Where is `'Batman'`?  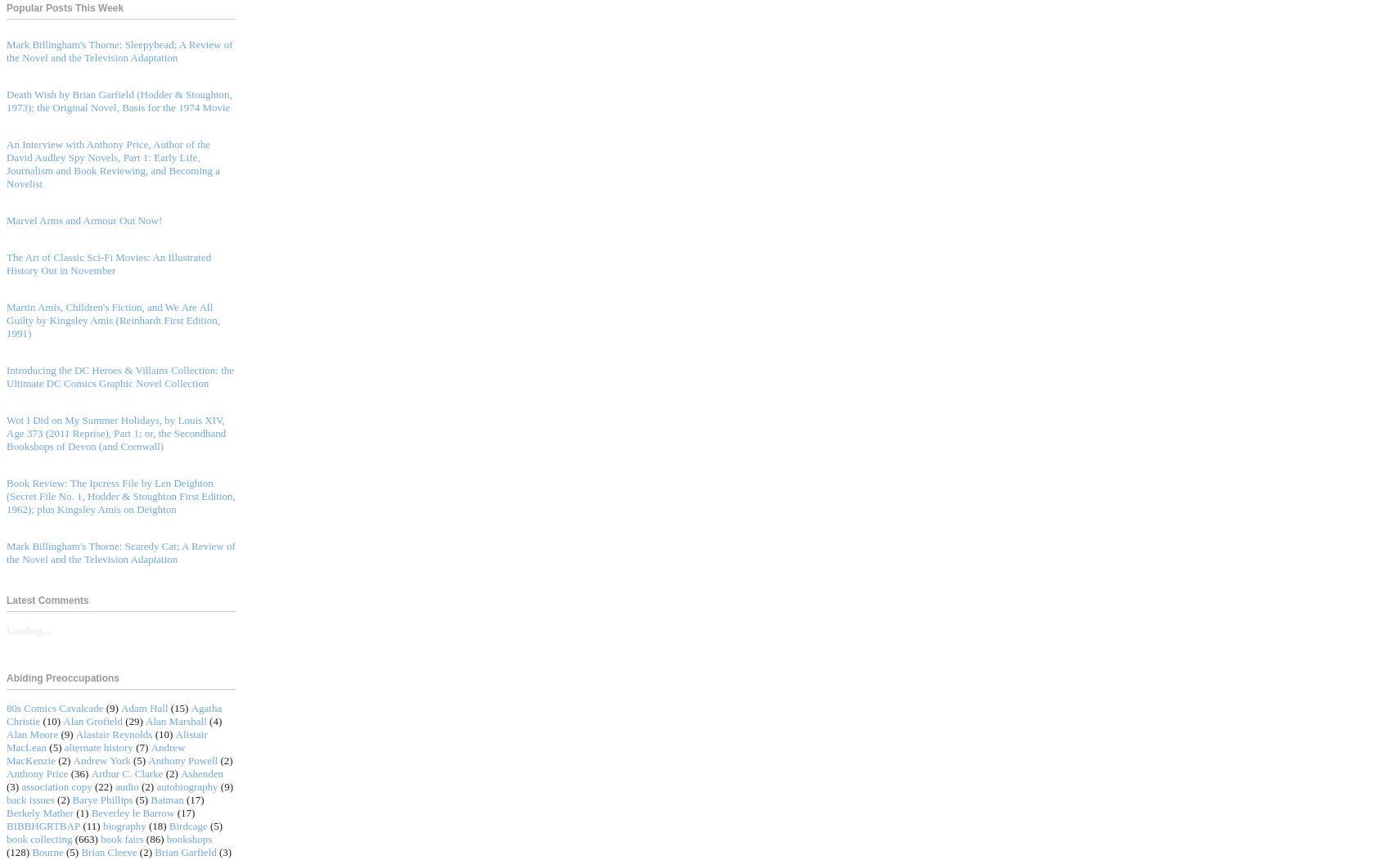 'Batman' is located at coordinates (165, 799).